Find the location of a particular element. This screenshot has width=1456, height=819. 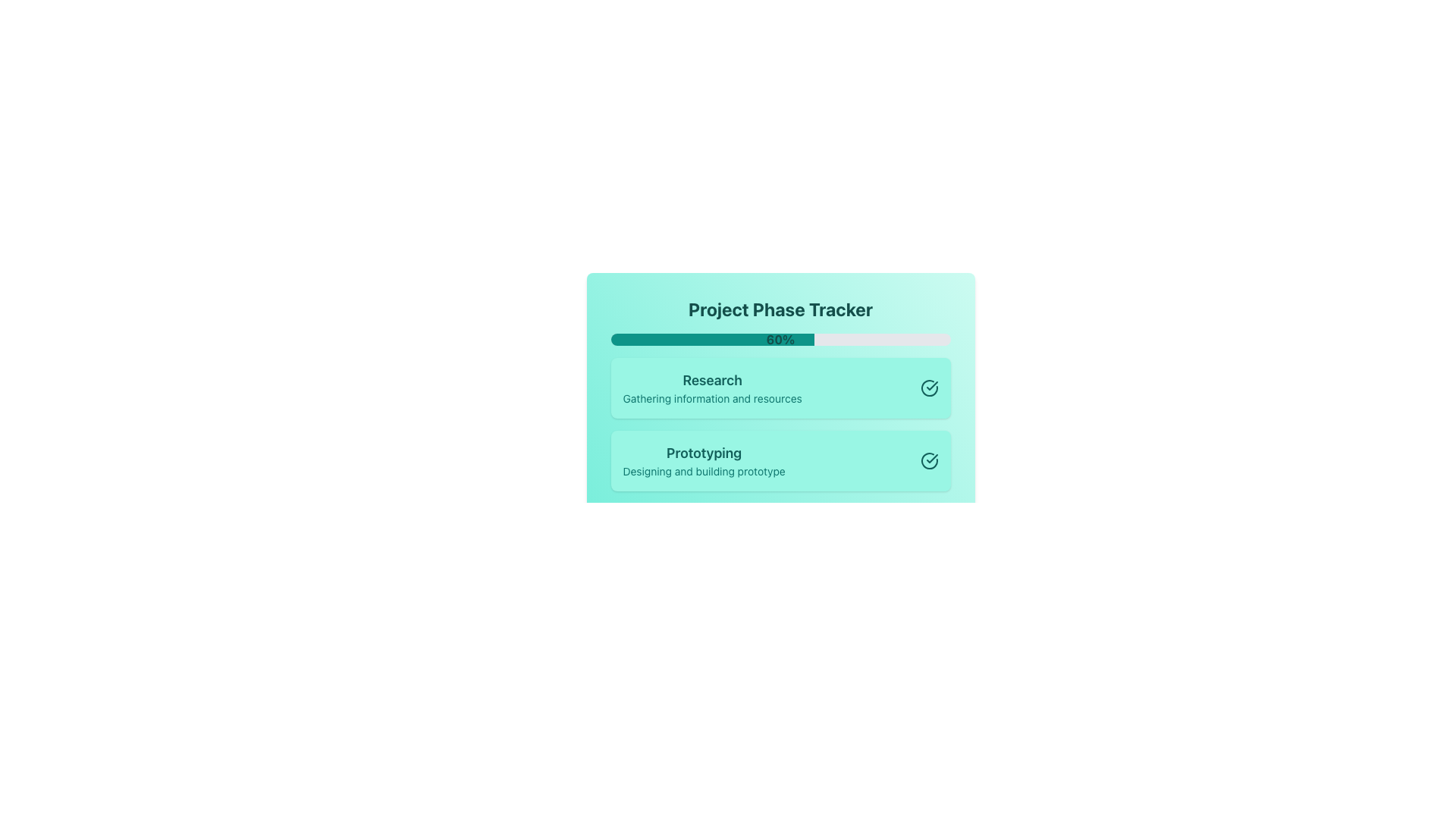

the circular teal checkmark icon indicating completion, located on the far right side of the 'Prototyping' section within the 'Project Phase Tracker' card is located at coordinates (928, 460).